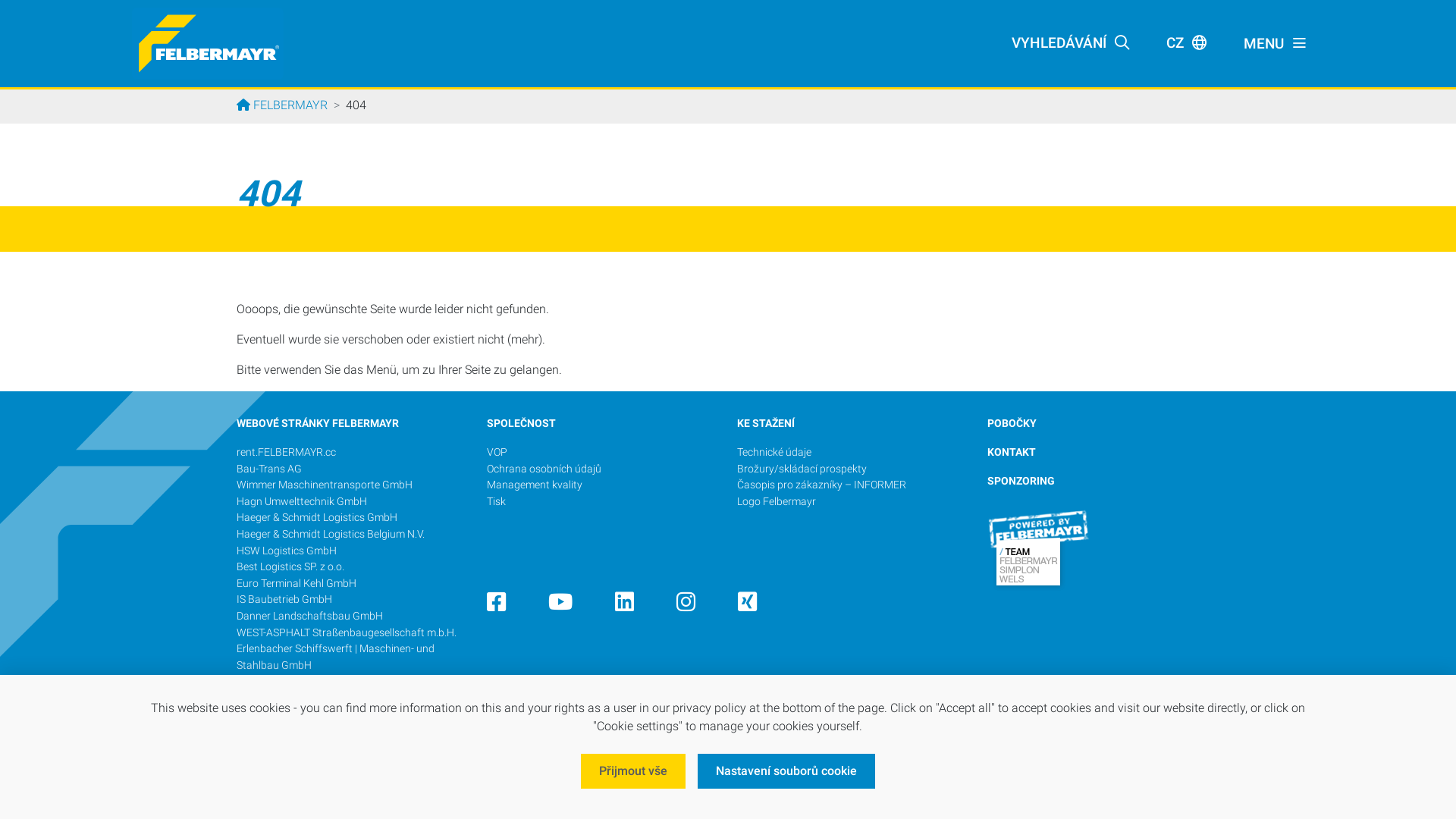 The height and width of the screenshot is (819, 1456). Describe the element at coordinates (1012, 451) in the screenshot. I see `'KONTAKT'` at that location.